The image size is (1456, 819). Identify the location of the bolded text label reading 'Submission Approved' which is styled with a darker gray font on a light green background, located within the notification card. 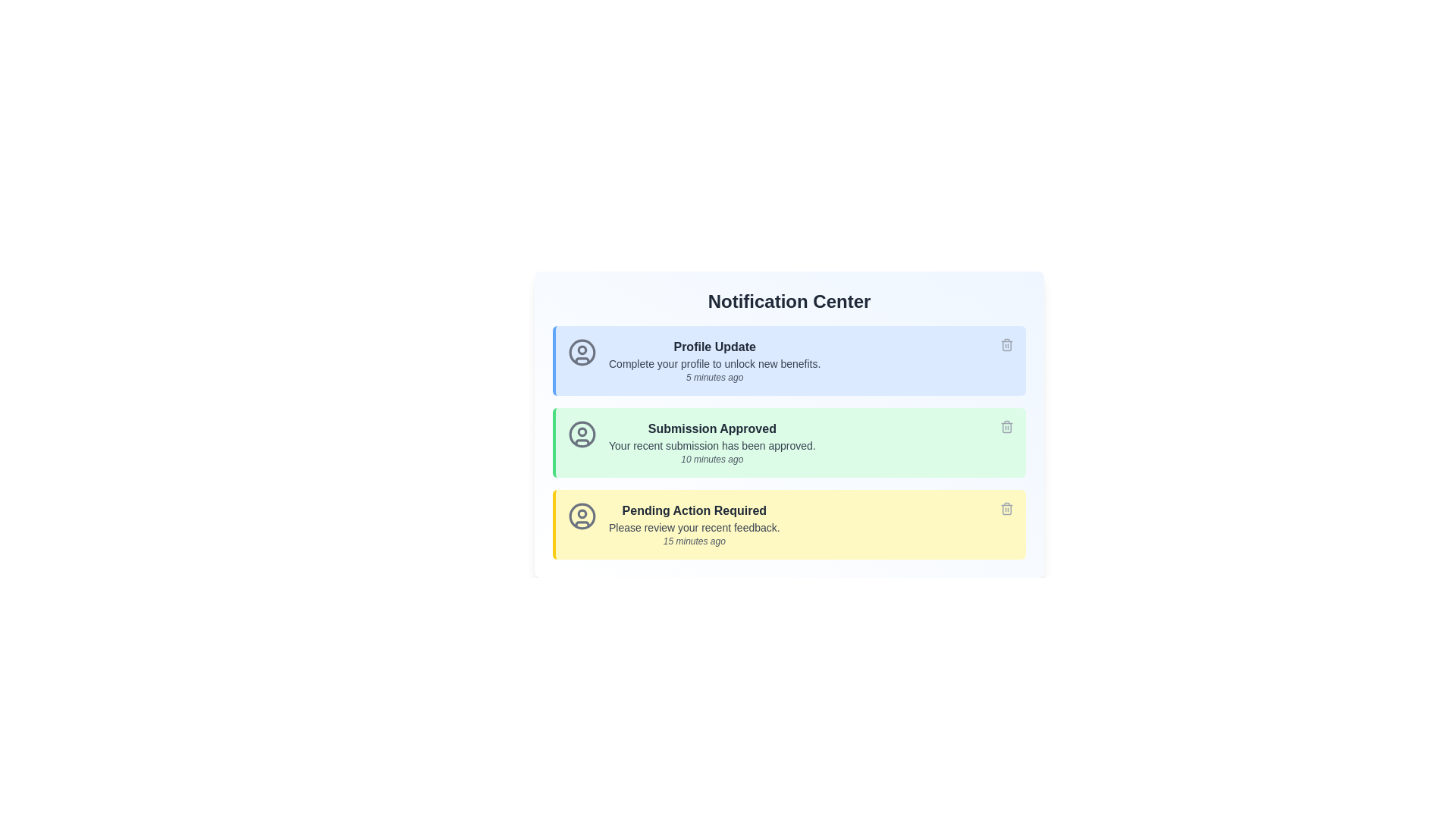
(711, 429).